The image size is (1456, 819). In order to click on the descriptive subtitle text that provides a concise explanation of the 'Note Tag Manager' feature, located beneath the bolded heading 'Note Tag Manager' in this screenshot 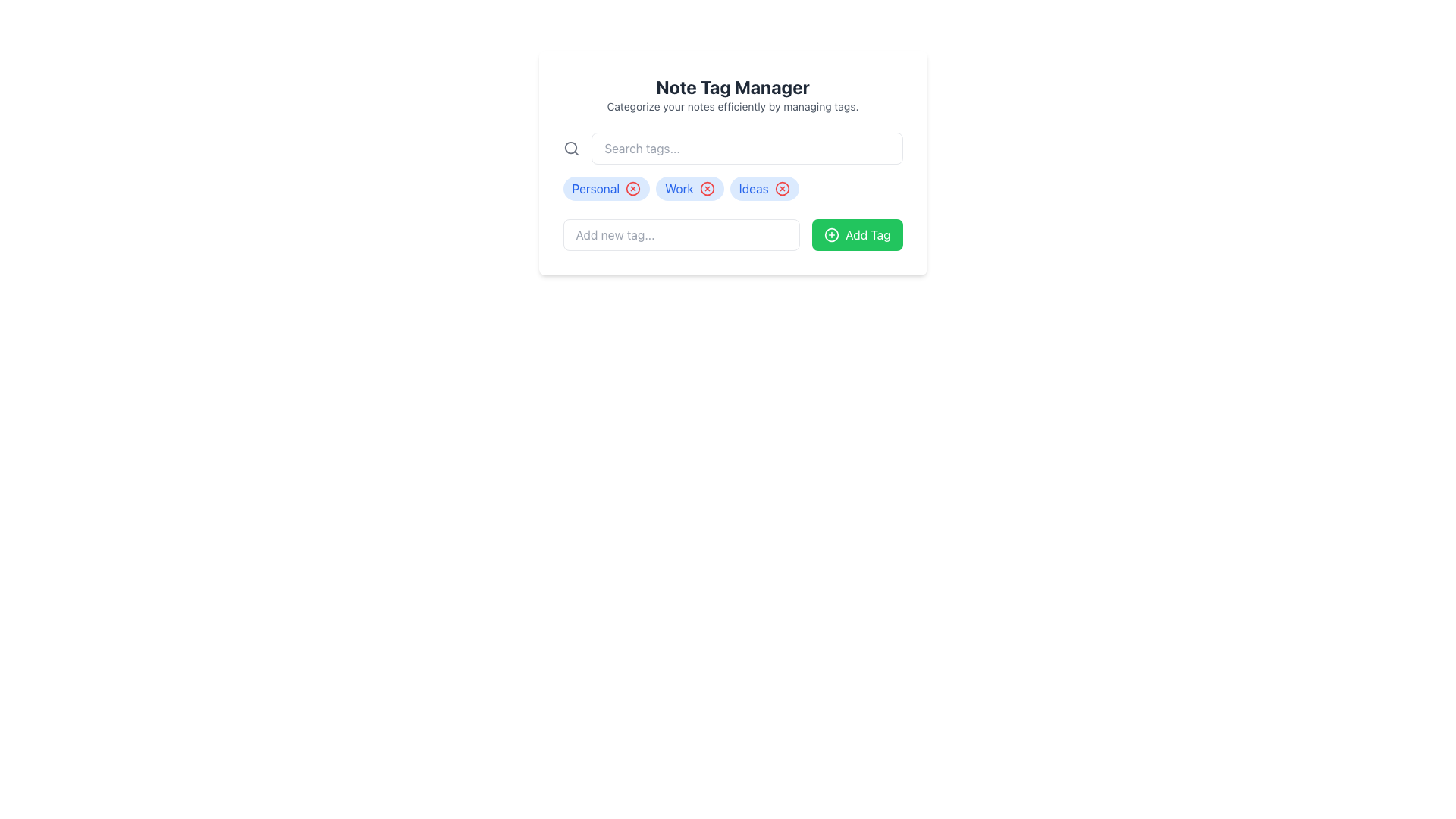, I will do `click(733, 106)`.